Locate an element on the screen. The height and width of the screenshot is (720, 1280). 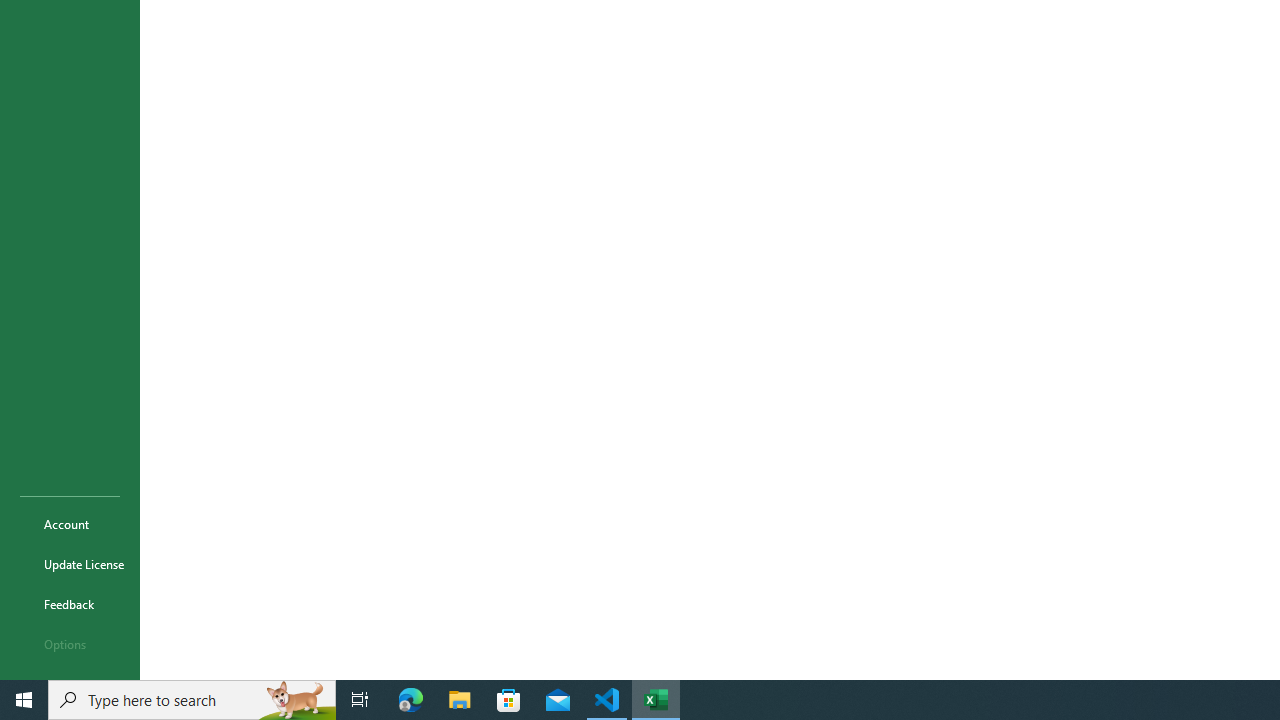
'Excel - 1 running window' is located at coordinates (656, 698).